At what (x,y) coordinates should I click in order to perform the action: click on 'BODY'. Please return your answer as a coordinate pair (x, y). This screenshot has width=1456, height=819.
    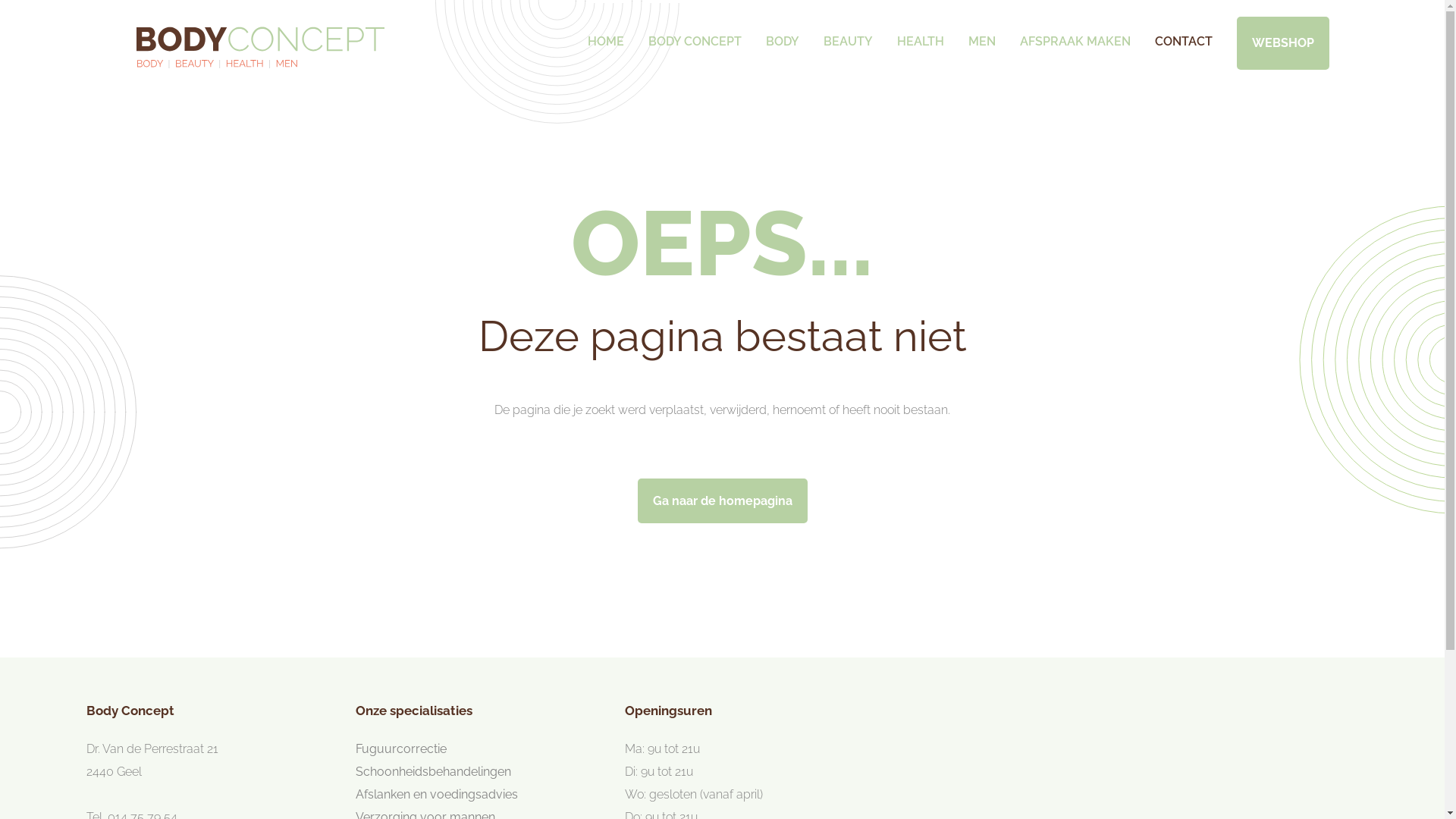
    Looking at the image, I should click on (783, 33).